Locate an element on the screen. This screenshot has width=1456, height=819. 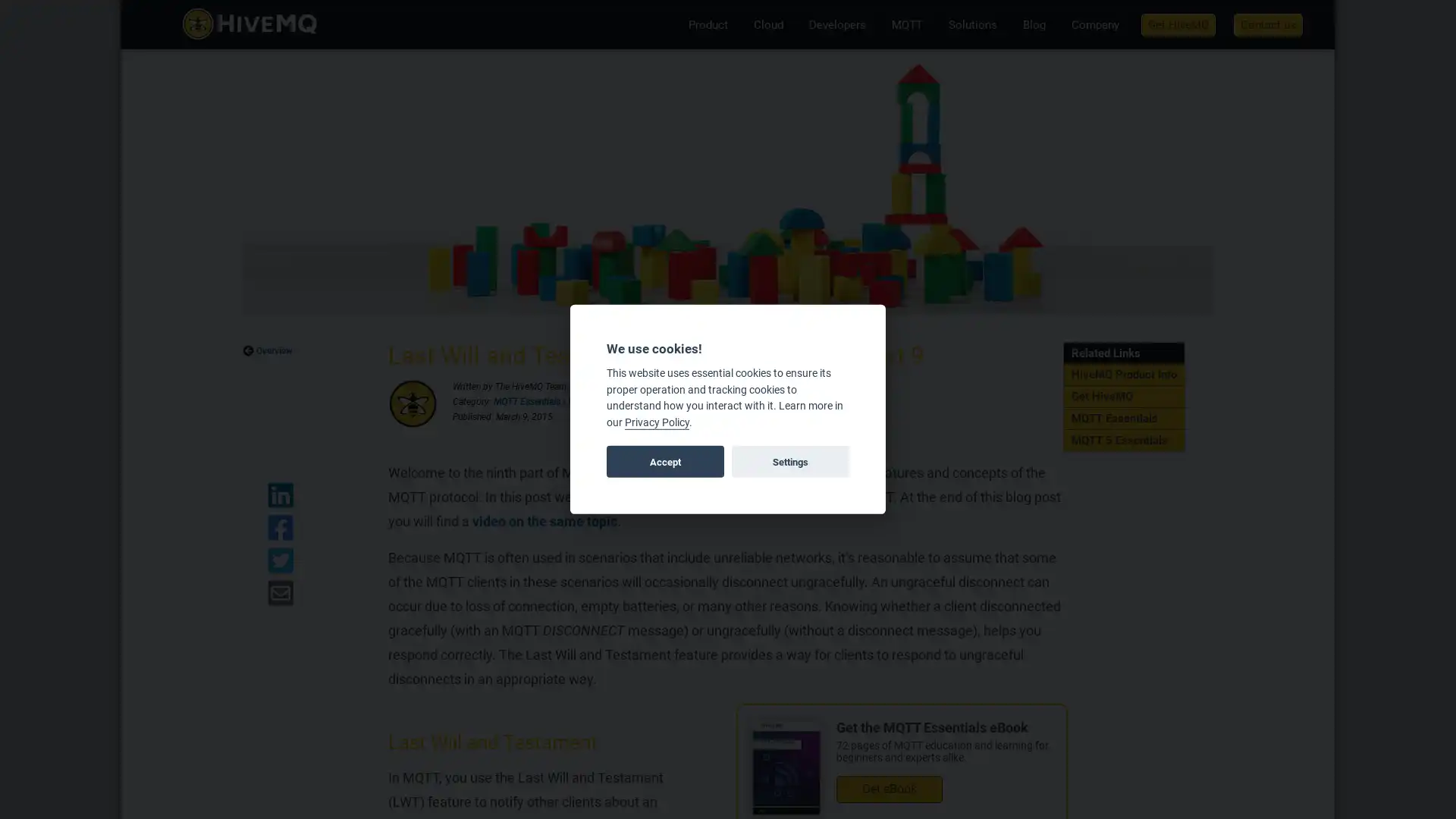
Get eBook is located at coordinates (888, 788).